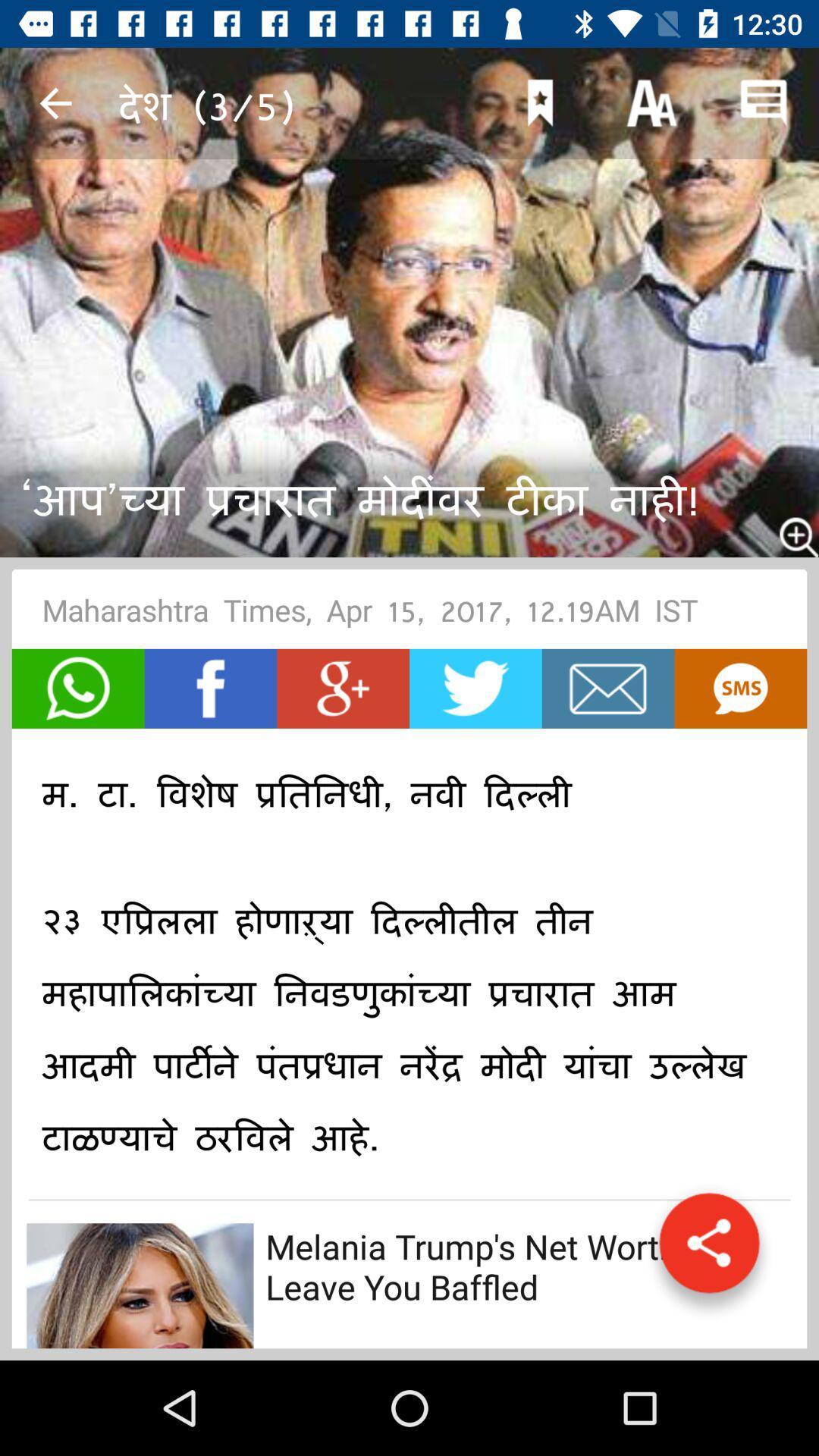  Describe the element at coordinates (210, 688) in the screenshot. I see `facebook` at that location.